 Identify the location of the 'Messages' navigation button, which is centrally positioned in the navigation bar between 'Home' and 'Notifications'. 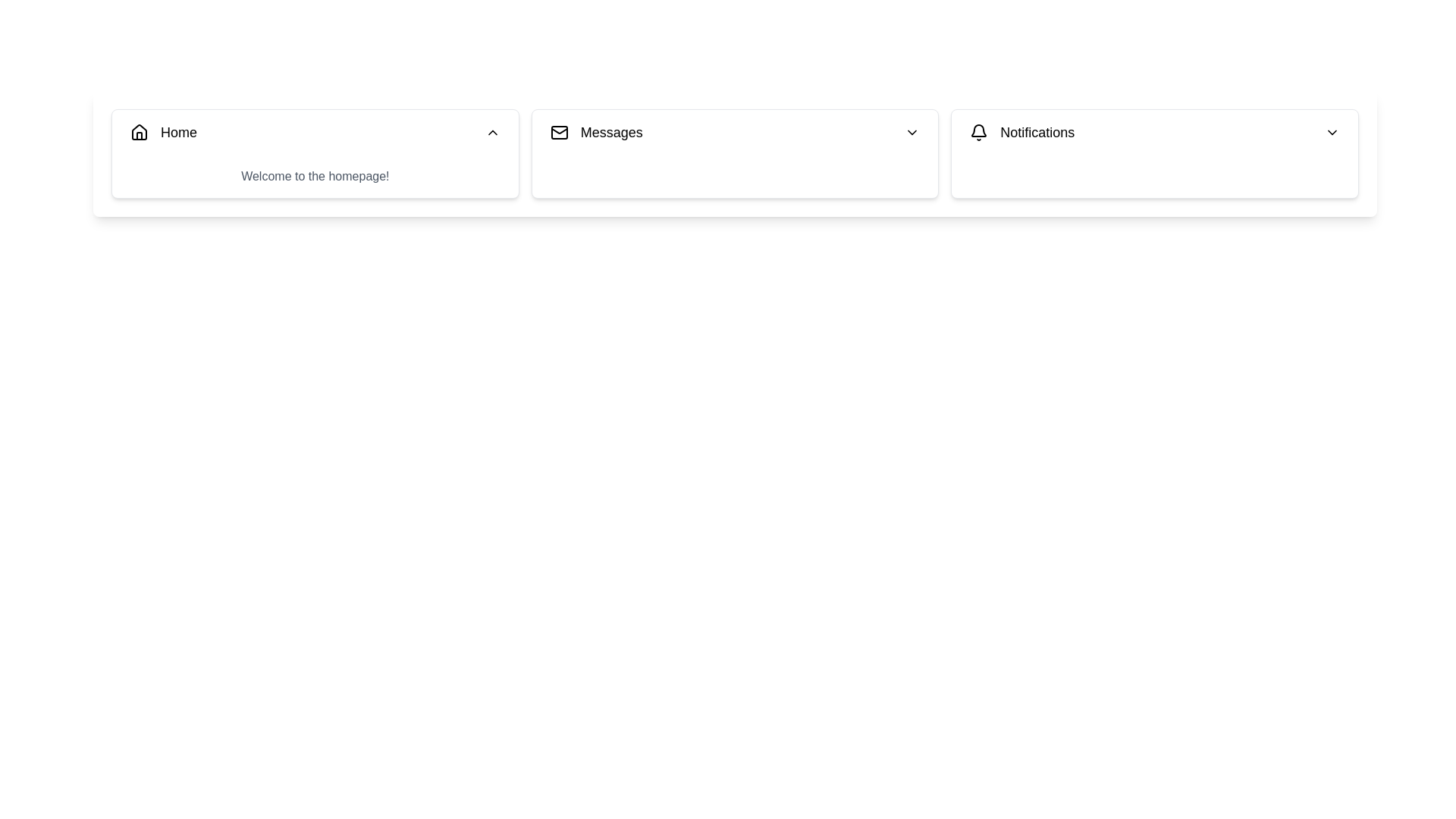
(595, 131).